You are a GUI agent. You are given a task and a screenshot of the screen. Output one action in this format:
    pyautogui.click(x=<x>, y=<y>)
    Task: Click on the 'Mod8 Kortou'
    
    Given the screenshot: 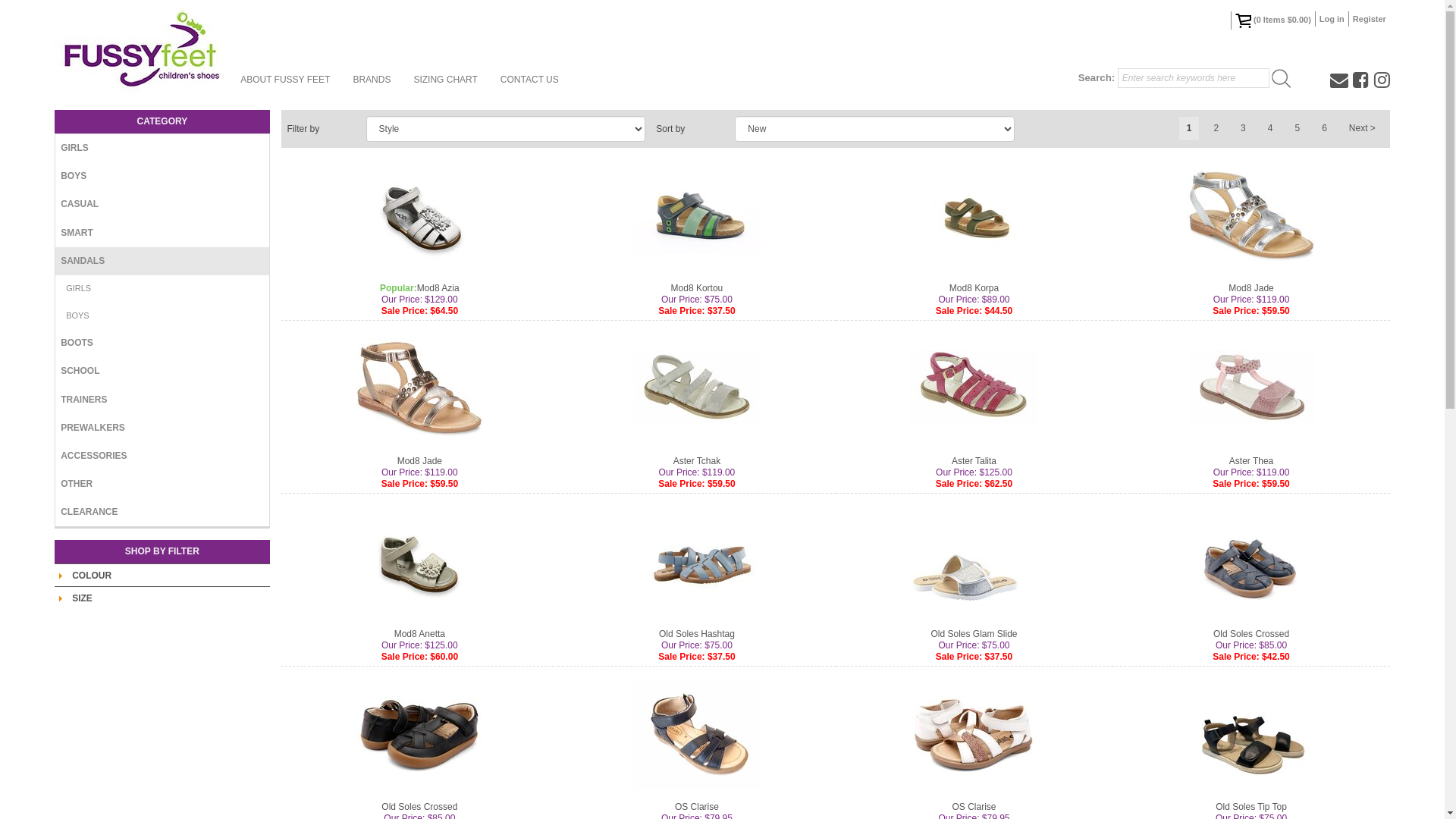 What is the action you would take?
    pyautogui.click(x=696, y=288)
    